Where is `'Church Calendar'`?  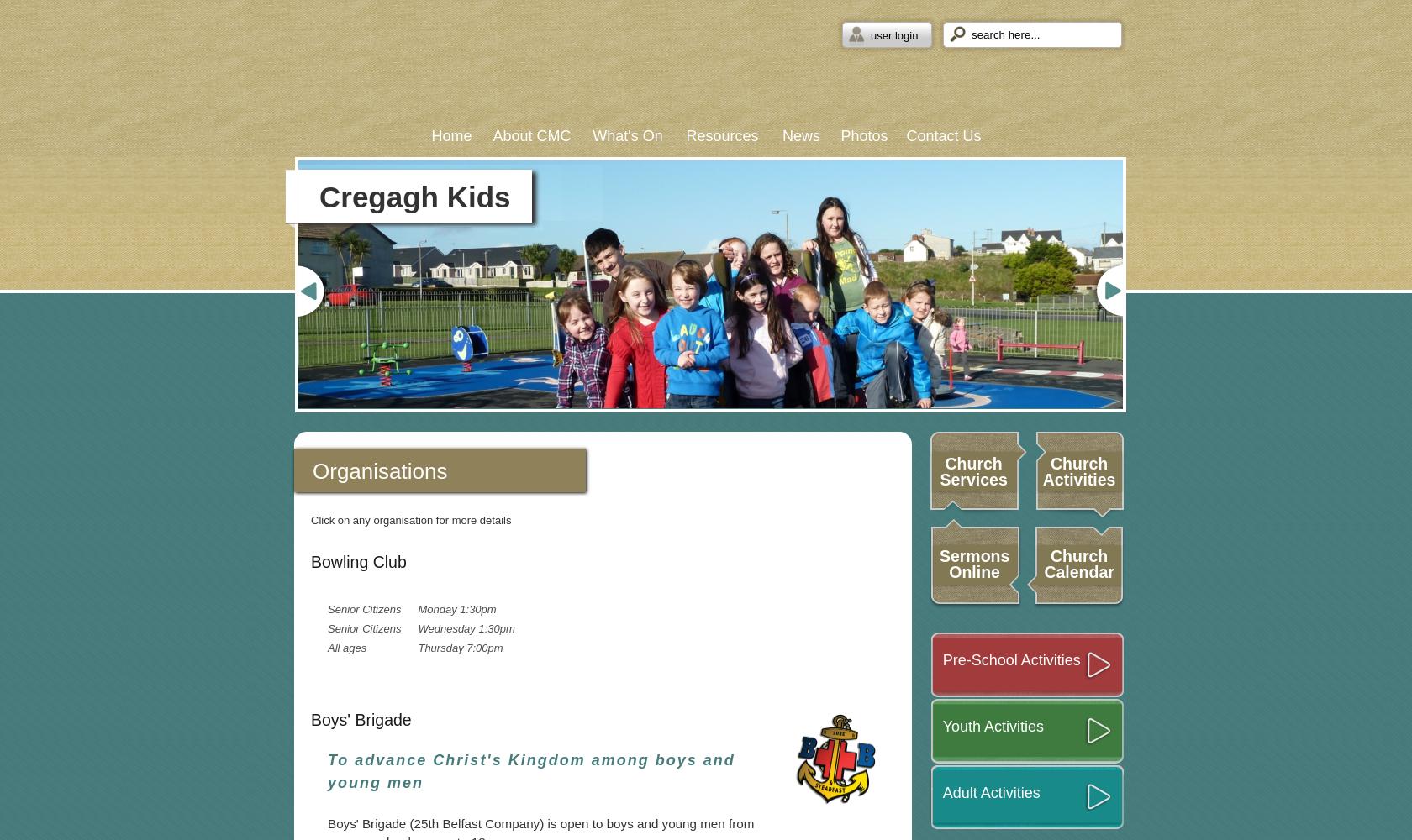
'Church Calendar' is located at coordinates (1044, 564).